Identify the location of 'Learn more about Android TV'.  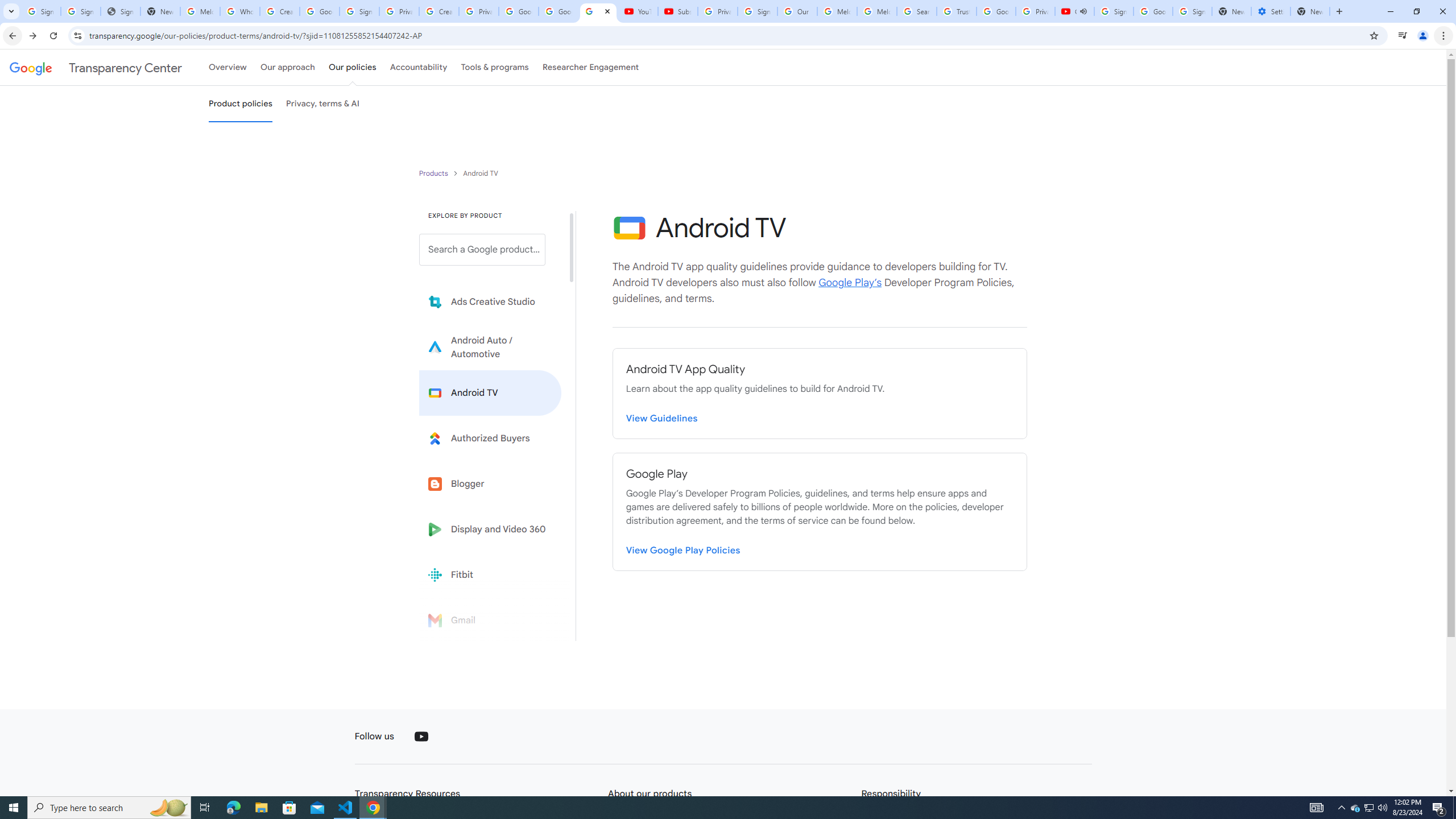
(490, 392).